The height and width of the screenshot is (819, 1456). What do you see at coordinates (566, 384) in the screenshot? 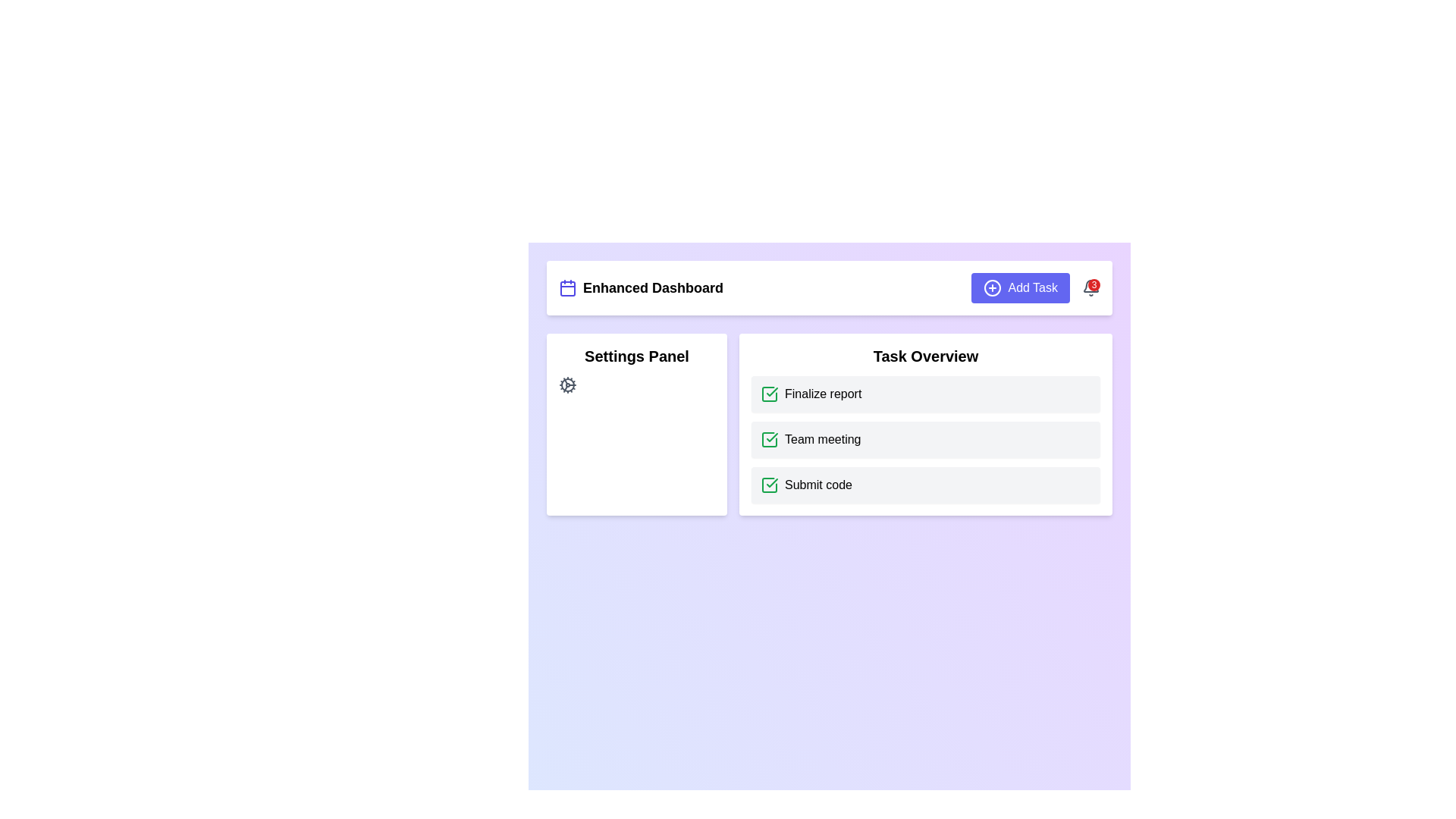
I see `the central circular region of the gear-shaped configuration icon located on the left side of the interface under the Settings Panel header` at bounding box center [566, 384].